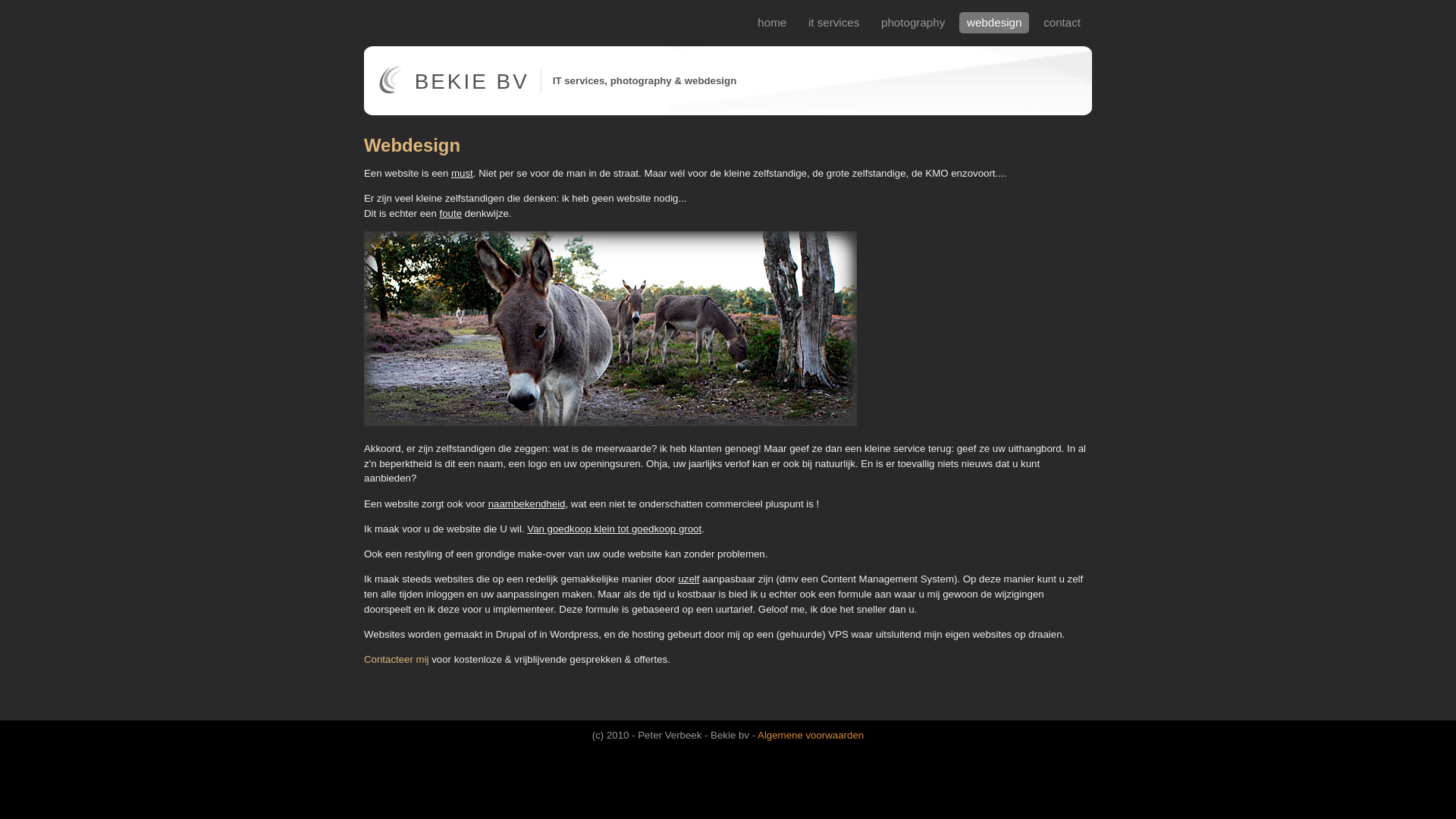 The image size is (1456, 819). Describe the element at coordinates (810, 734) in the screenshot. I see `'Algemene voorwaarden'` at that location.